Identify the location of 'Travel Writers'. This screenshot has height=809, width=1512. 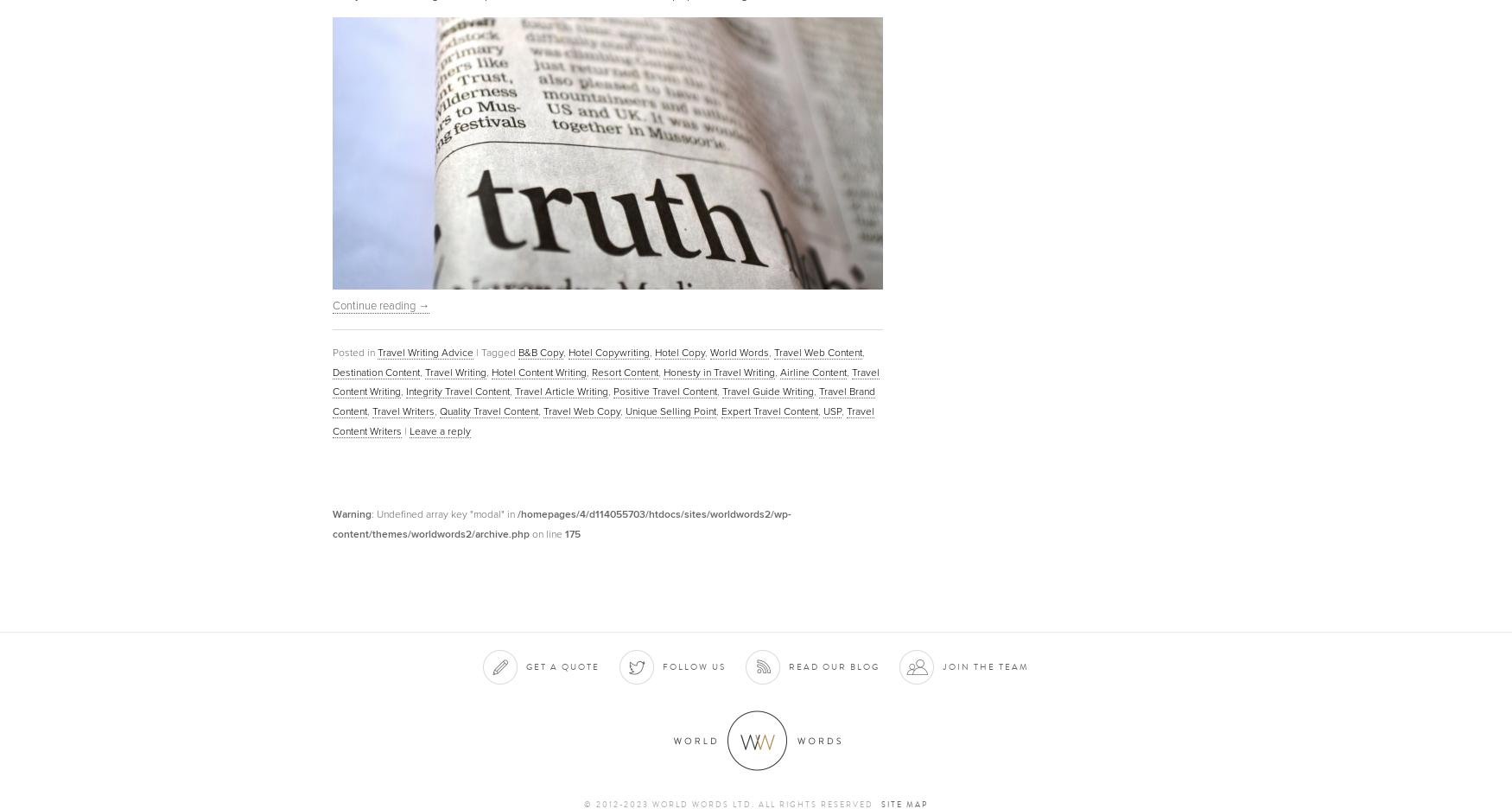
(403, 410).